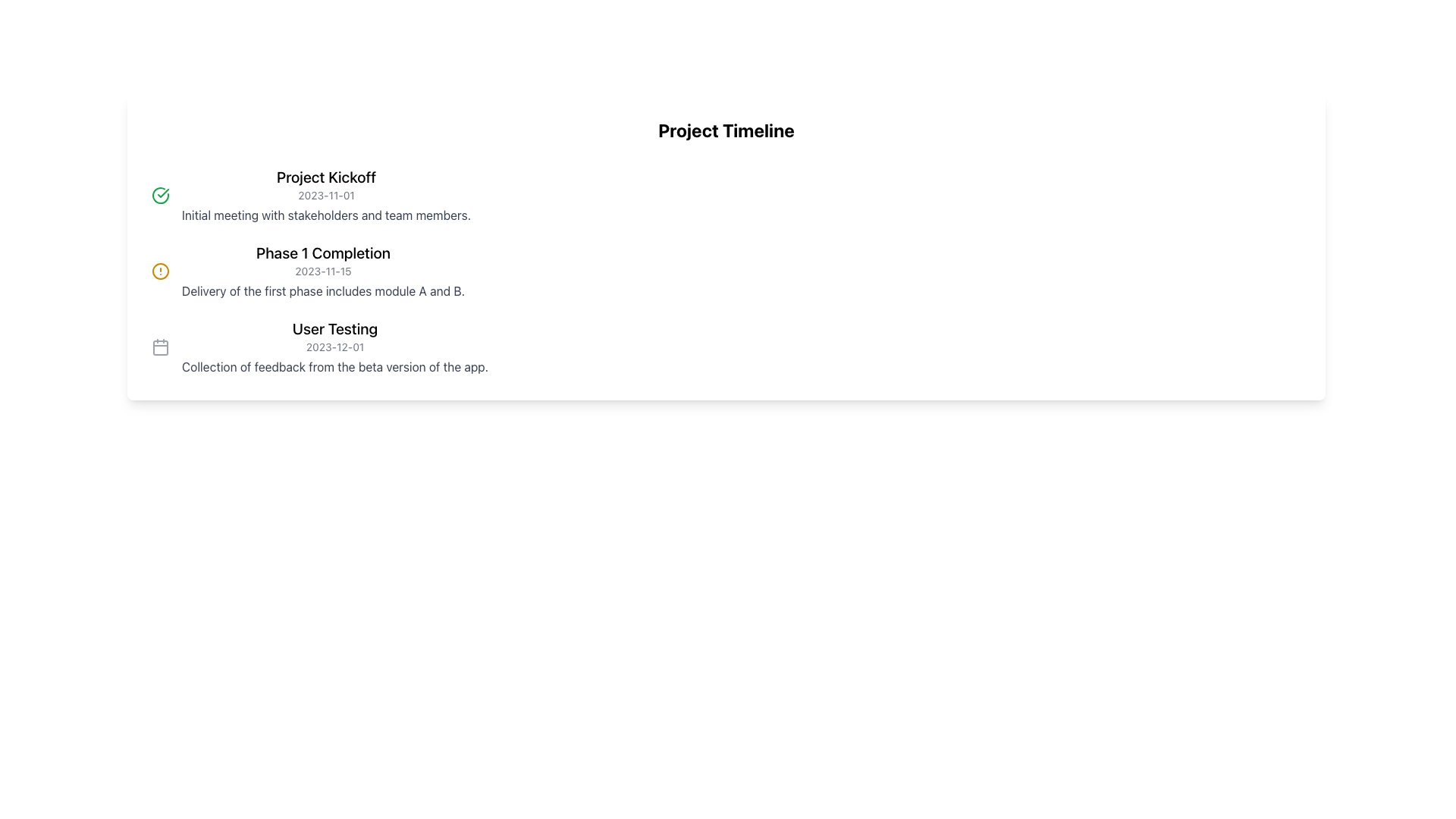 The height and width of the screenshot is (819, 1456). Describe the element at coordinates (334, 366) in the screenshot. I see `the text label reading 'Collection of feedback from the beta version of the app.' located below the heading 'User Testing' in the timeline layout` at that location.